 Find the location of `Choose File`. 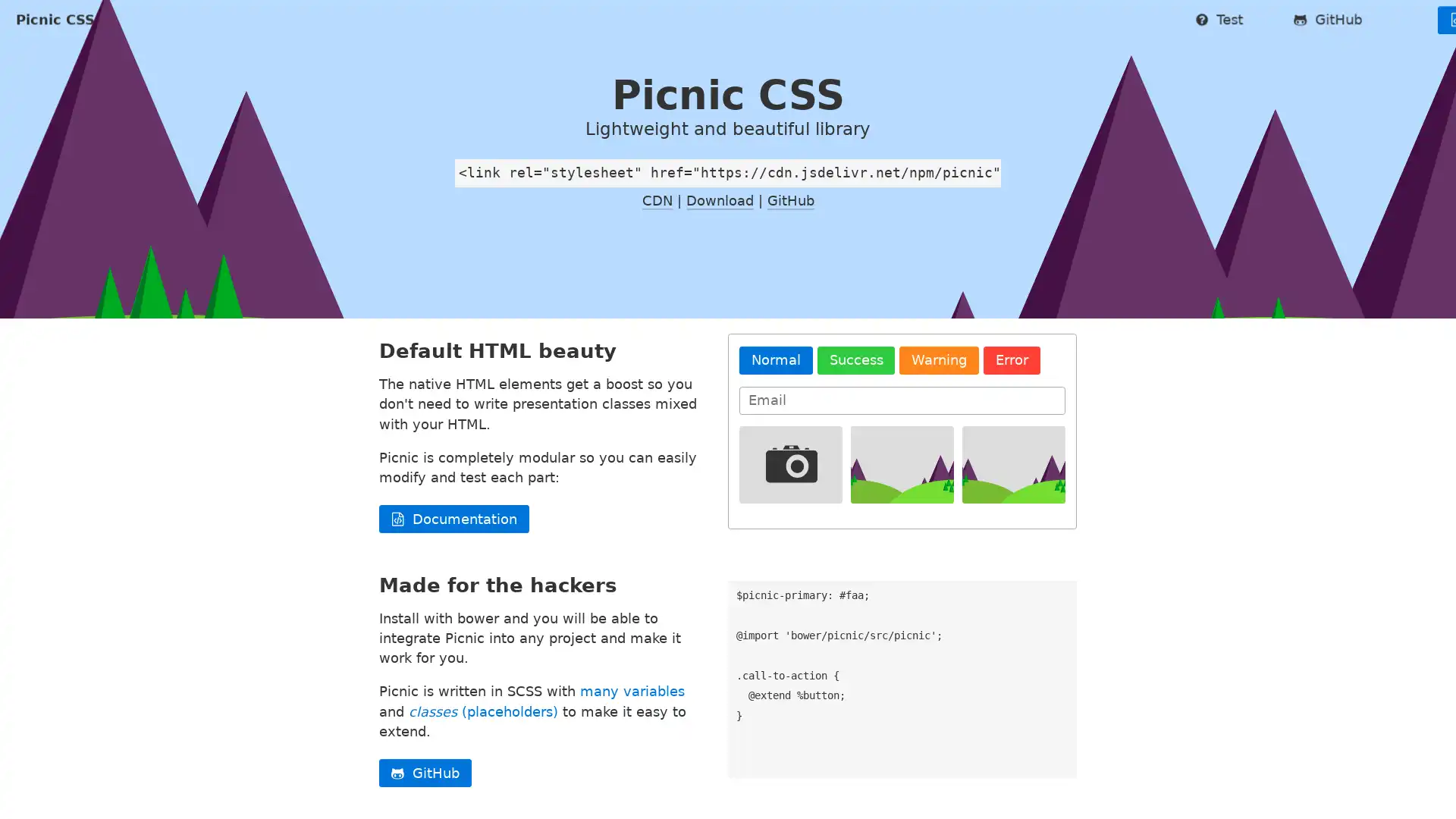

Choose File is located at coordinates (783, 482).